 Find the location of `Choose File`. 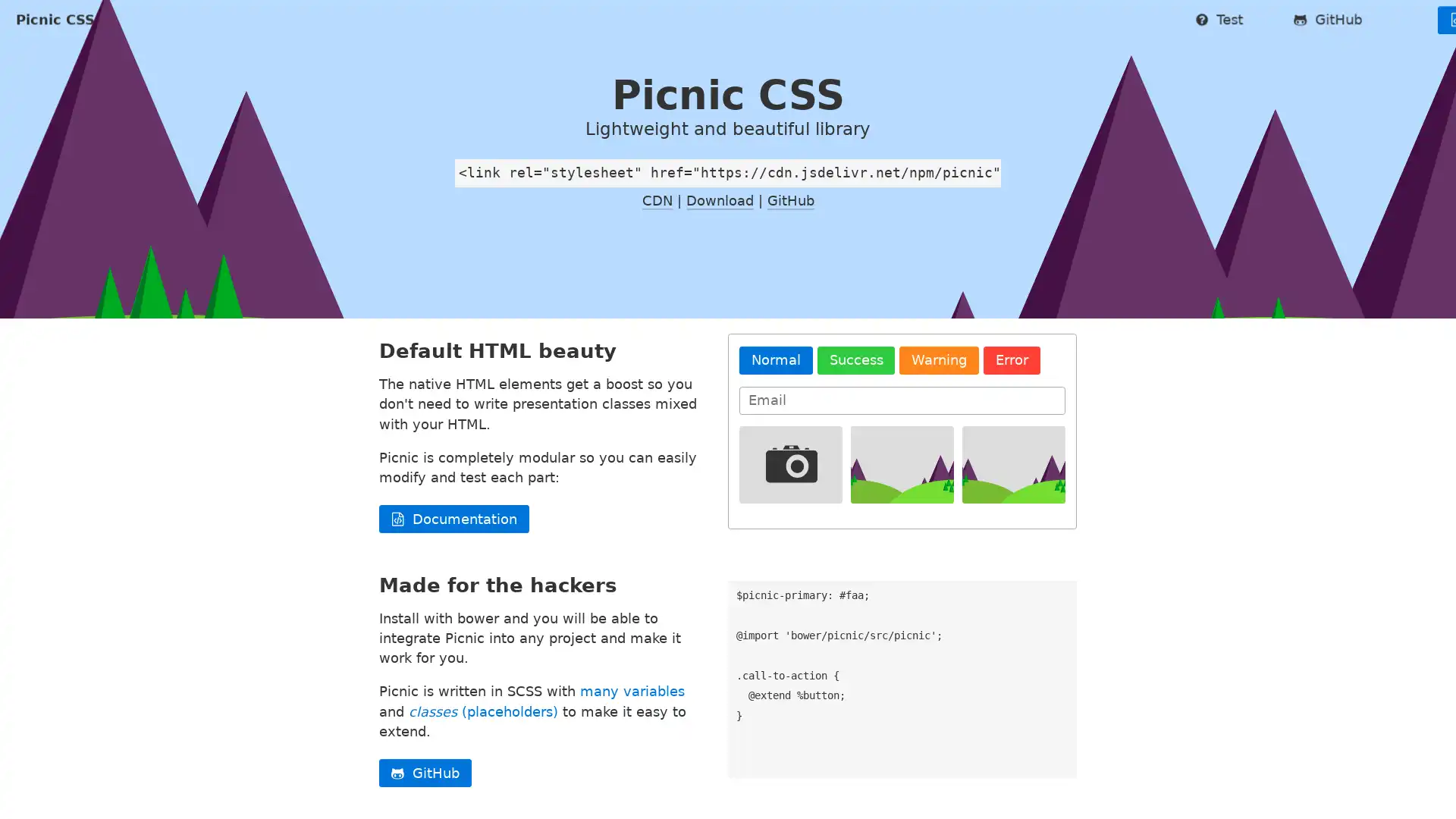

Choose File is located at coordinates (783, 482).